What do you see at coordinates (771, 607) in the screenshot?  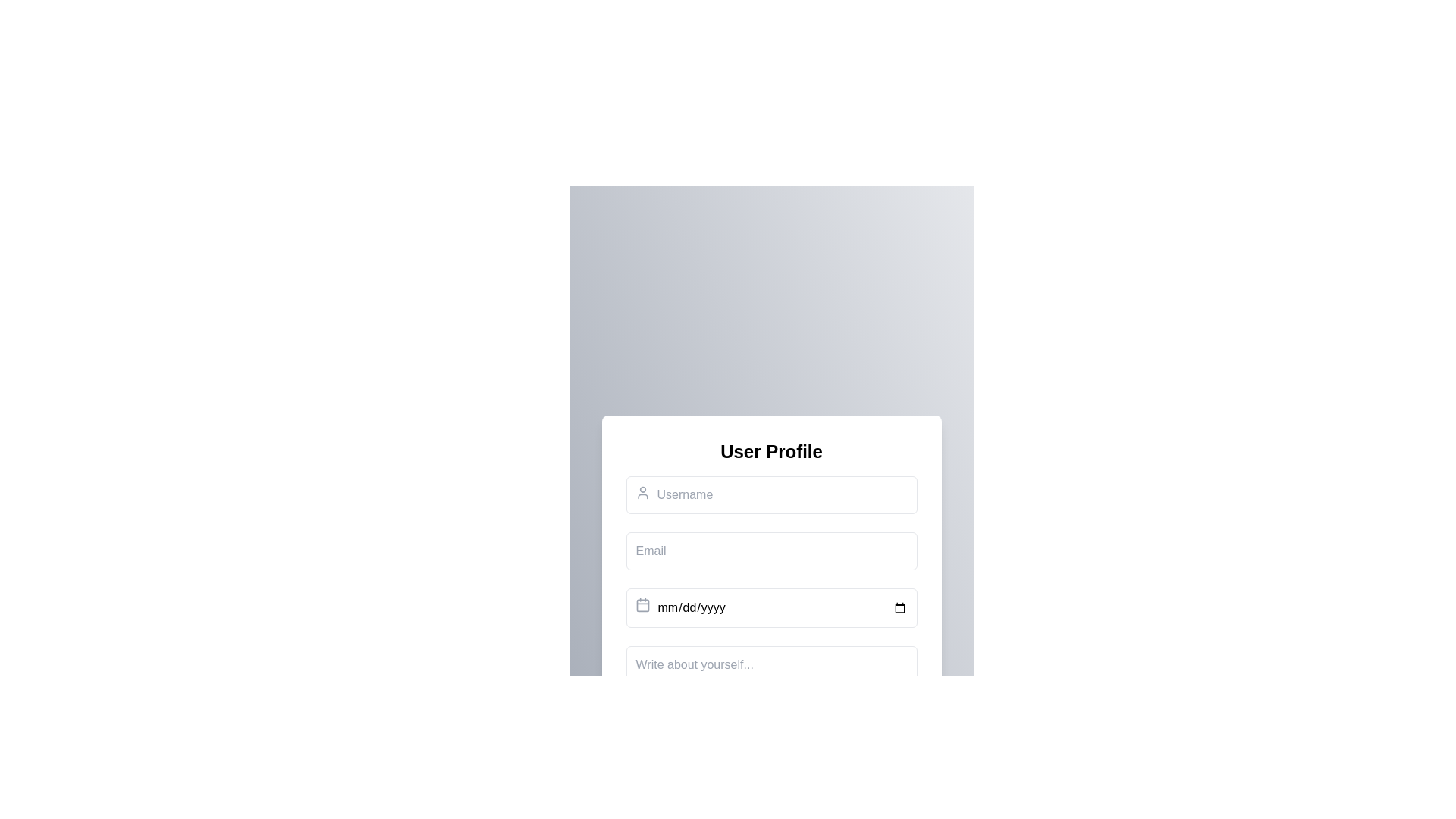 I see `a date using the calendar icon located in the date input field, which is styled as a text box with rounded corners and displays placeholder text 'mm/dd/yyyy'` at bounding box center [771, 607].